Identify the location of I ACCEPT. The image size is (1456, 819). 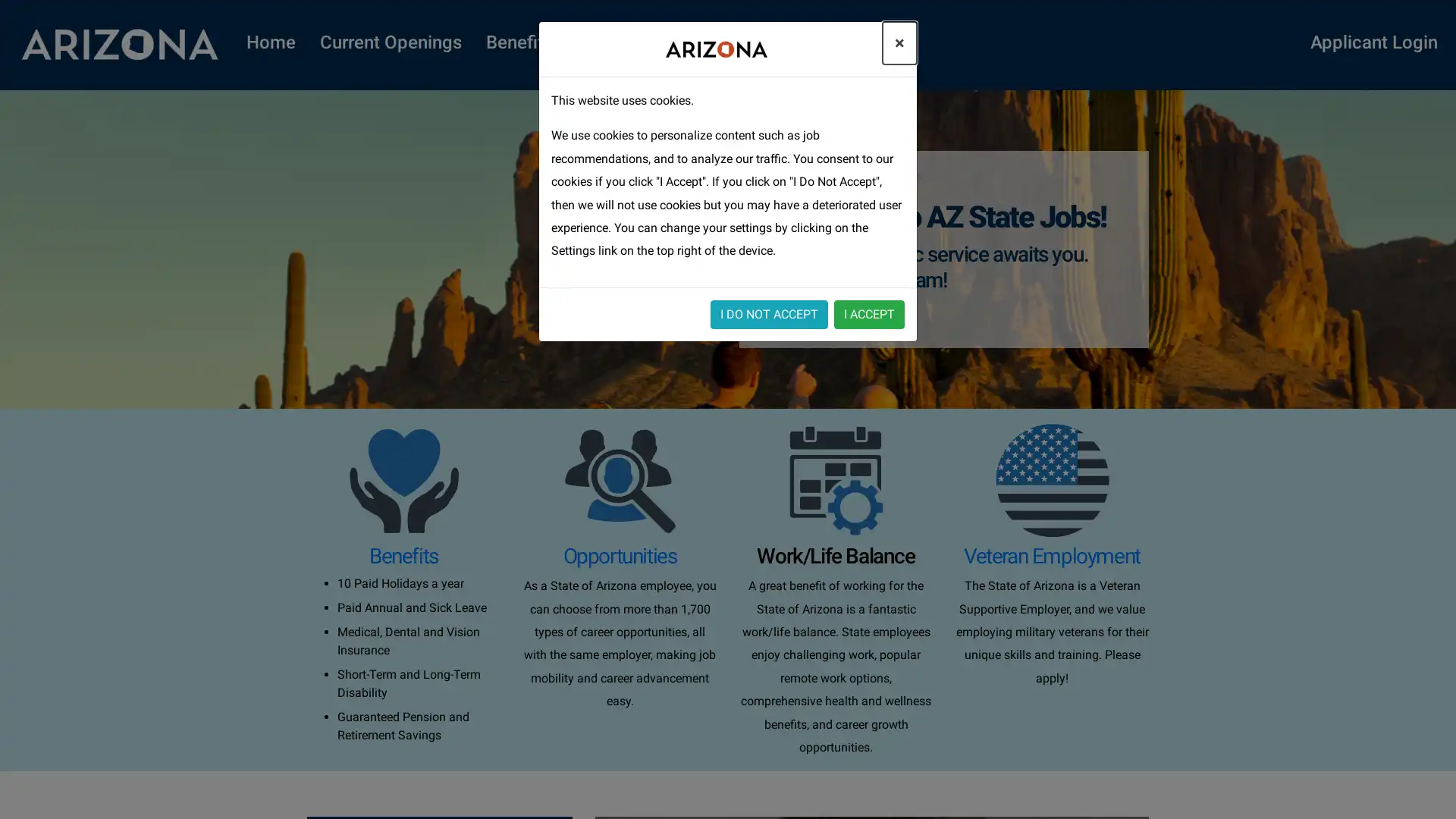
(869, 312).